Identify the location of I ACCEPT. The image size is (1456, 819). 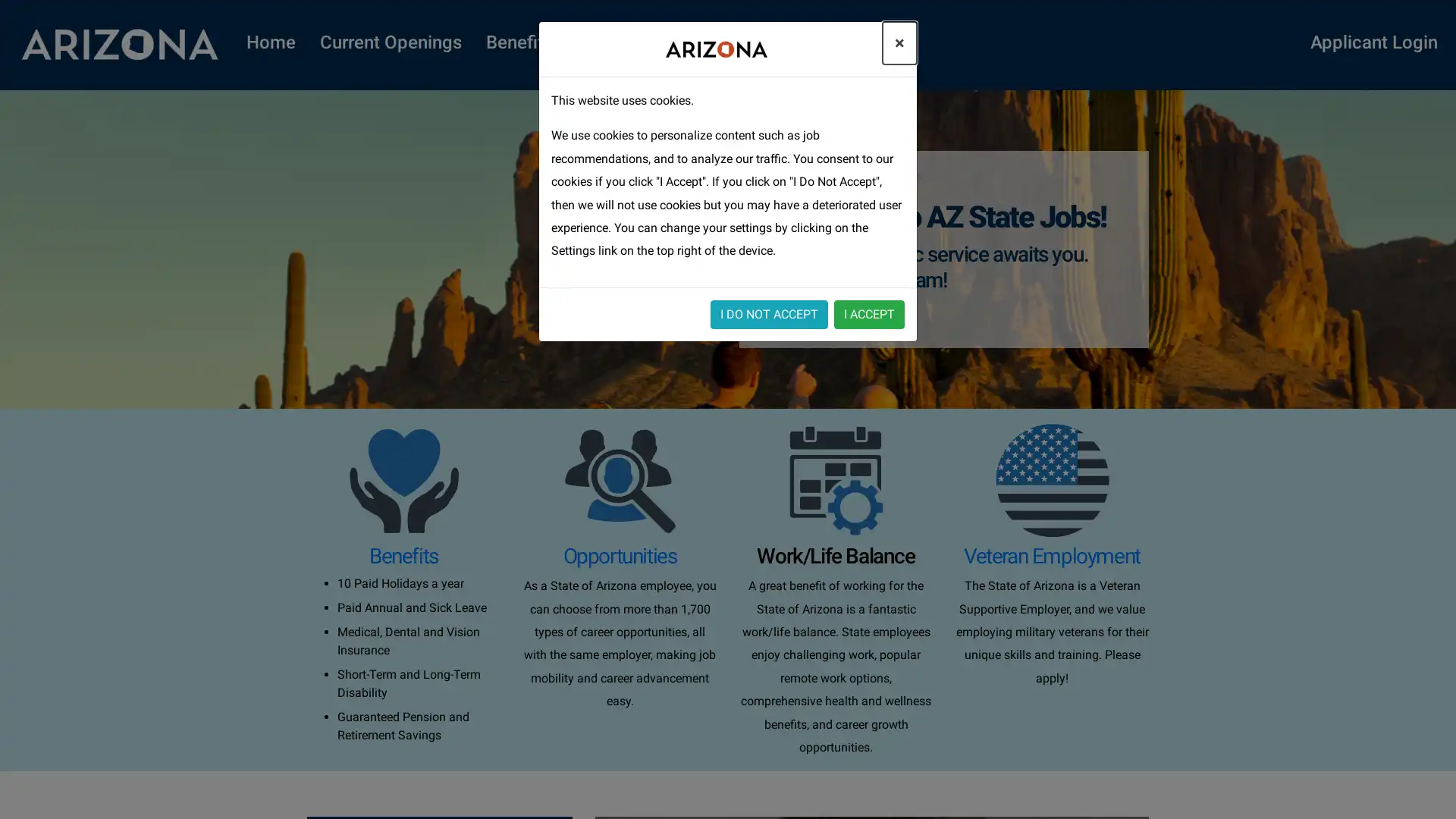
(869, 312).